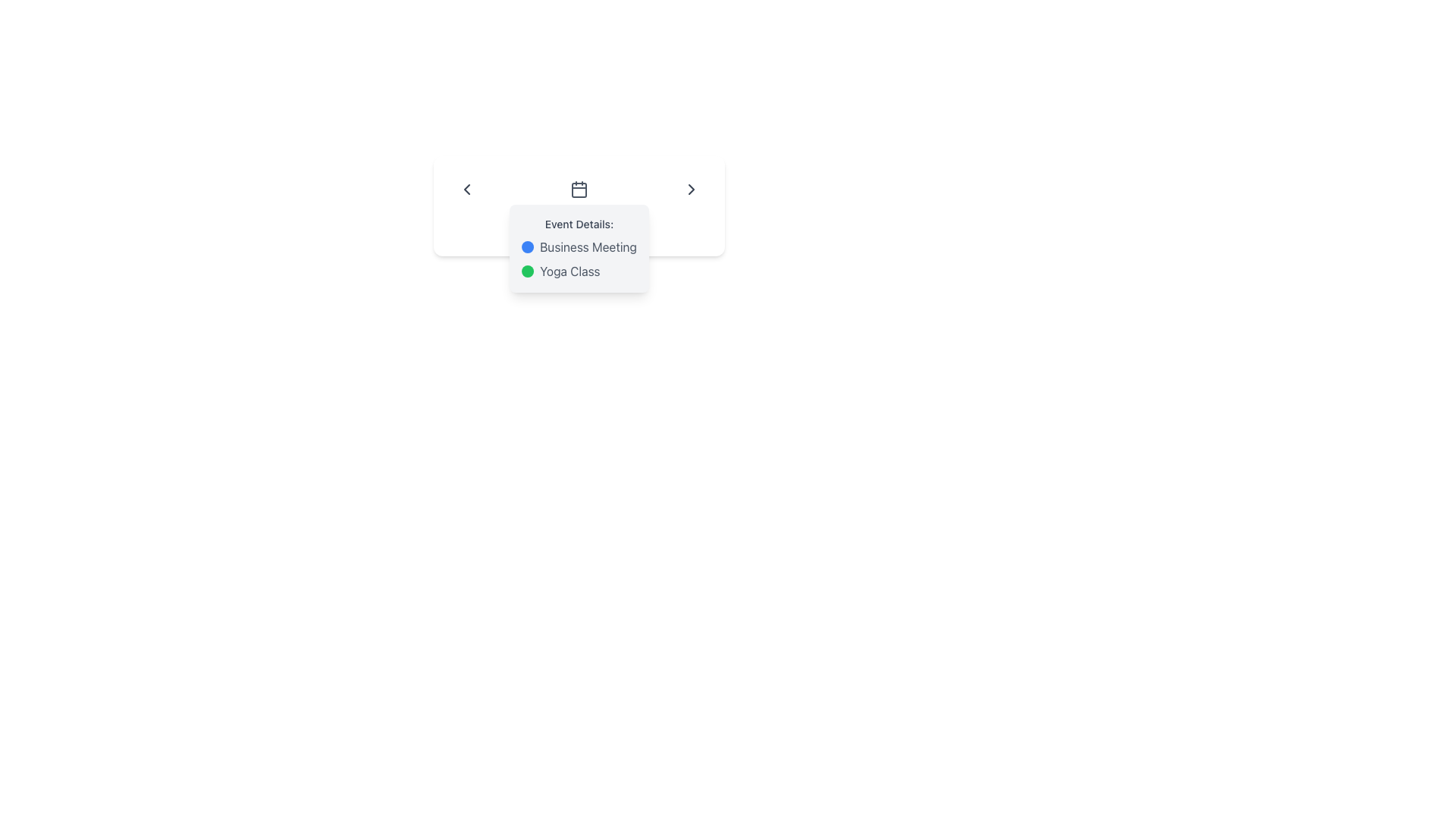  Describe the element at coordinates (466, 189) in the screenshot. I see `the leftmost chevron icon button in the toolbar` at that location.